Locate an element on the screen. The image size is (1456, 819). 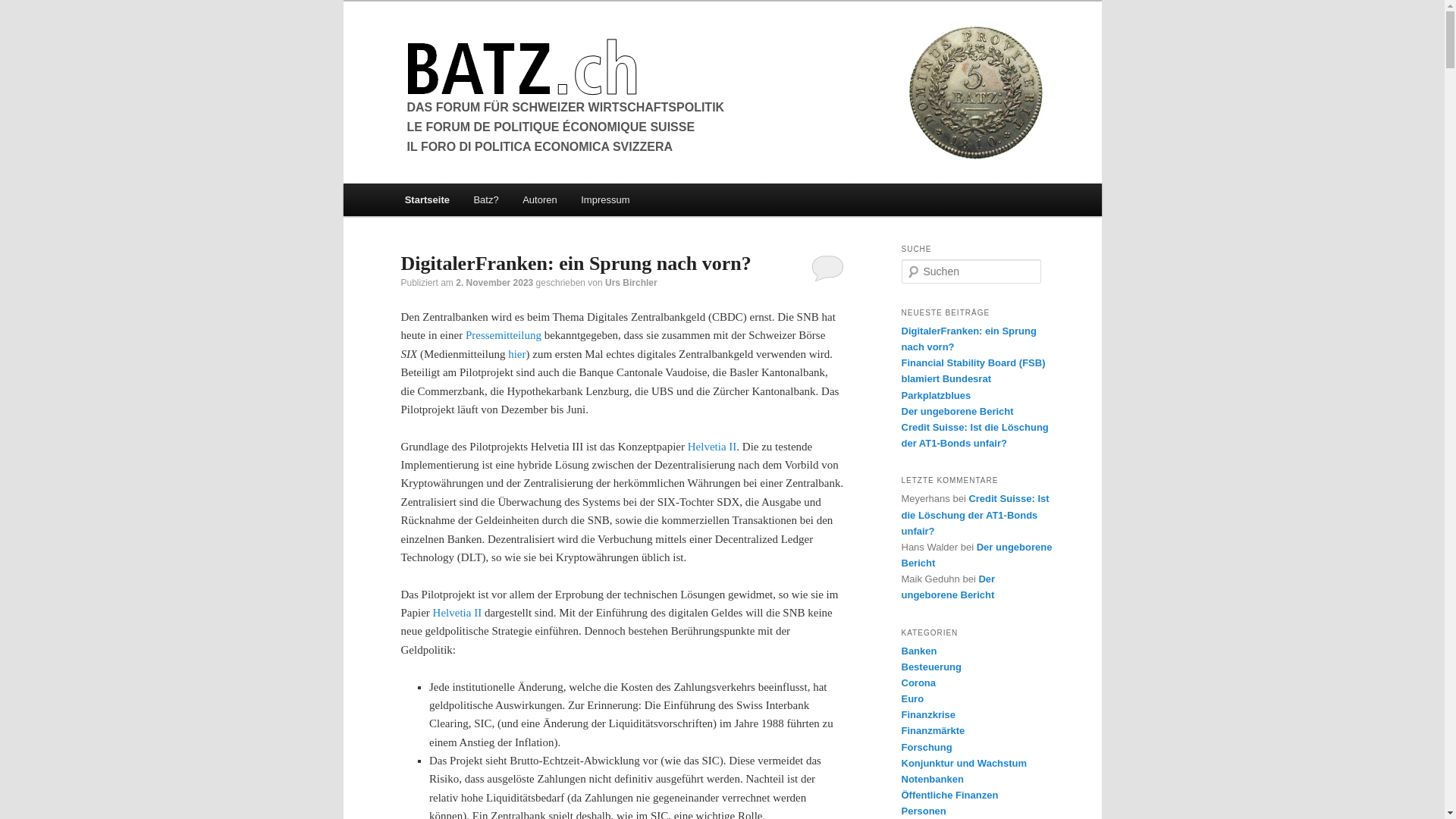
'hier' is located at coordinates (516, 353).